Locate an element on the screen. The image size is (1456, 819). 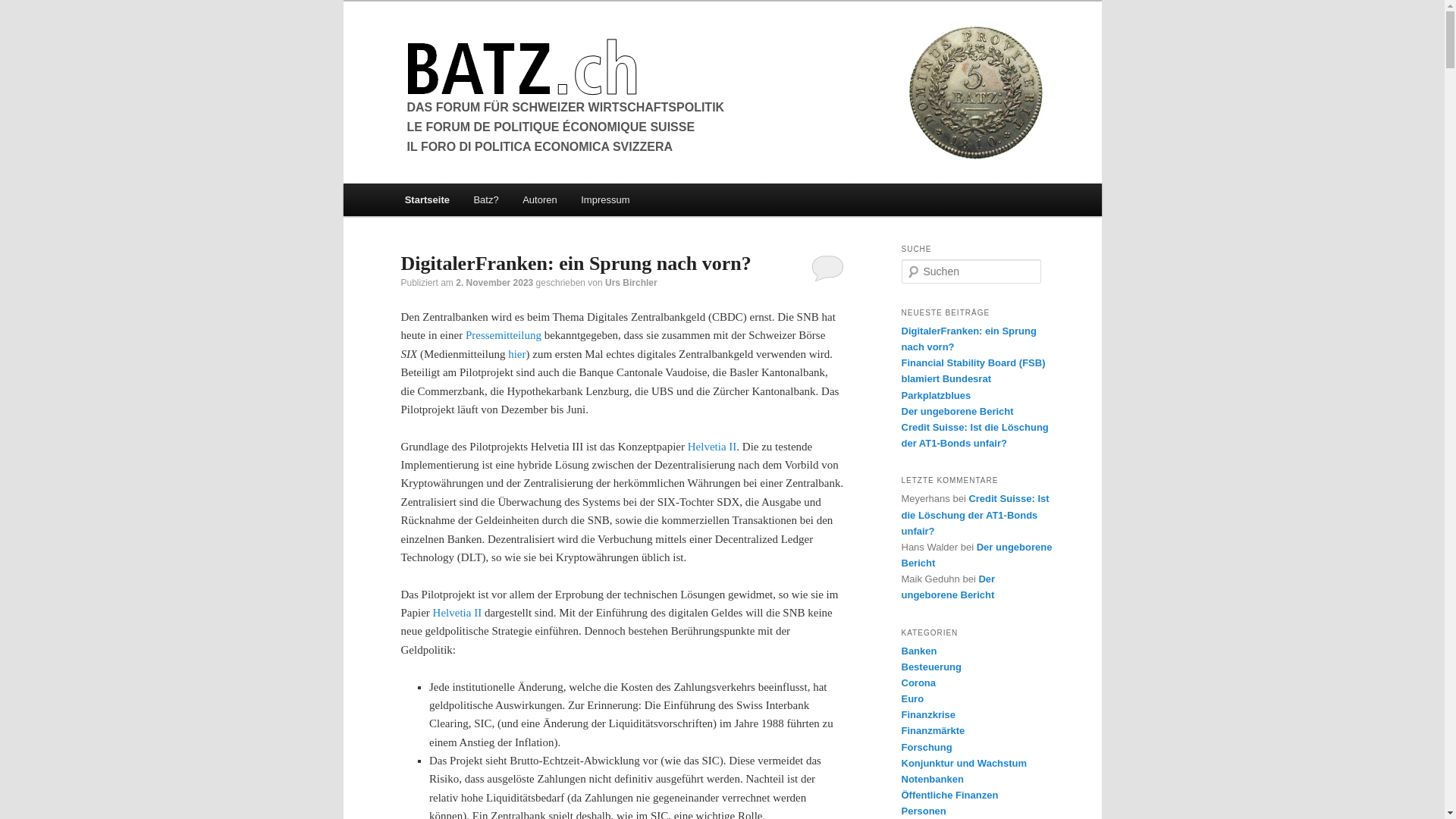
'hier' is located at coordinates (516, 353).